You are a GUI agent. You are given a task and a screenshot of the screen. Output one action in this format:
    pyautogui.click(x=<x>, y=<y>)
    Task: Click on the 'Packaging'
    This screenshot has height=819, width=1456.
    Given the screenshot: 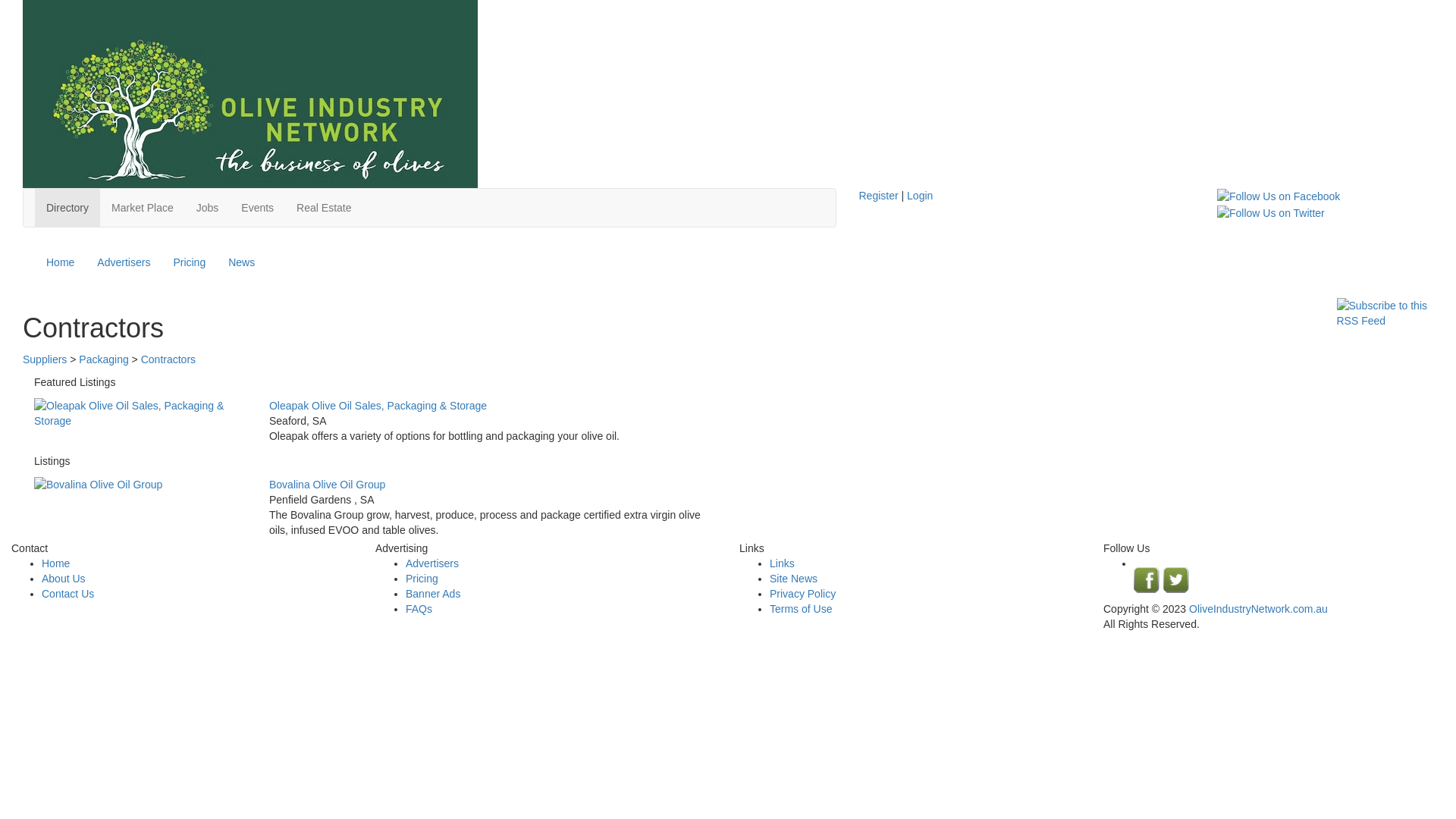 What is the action you would take?
    pyautogui.click(x=102, y=359)
    